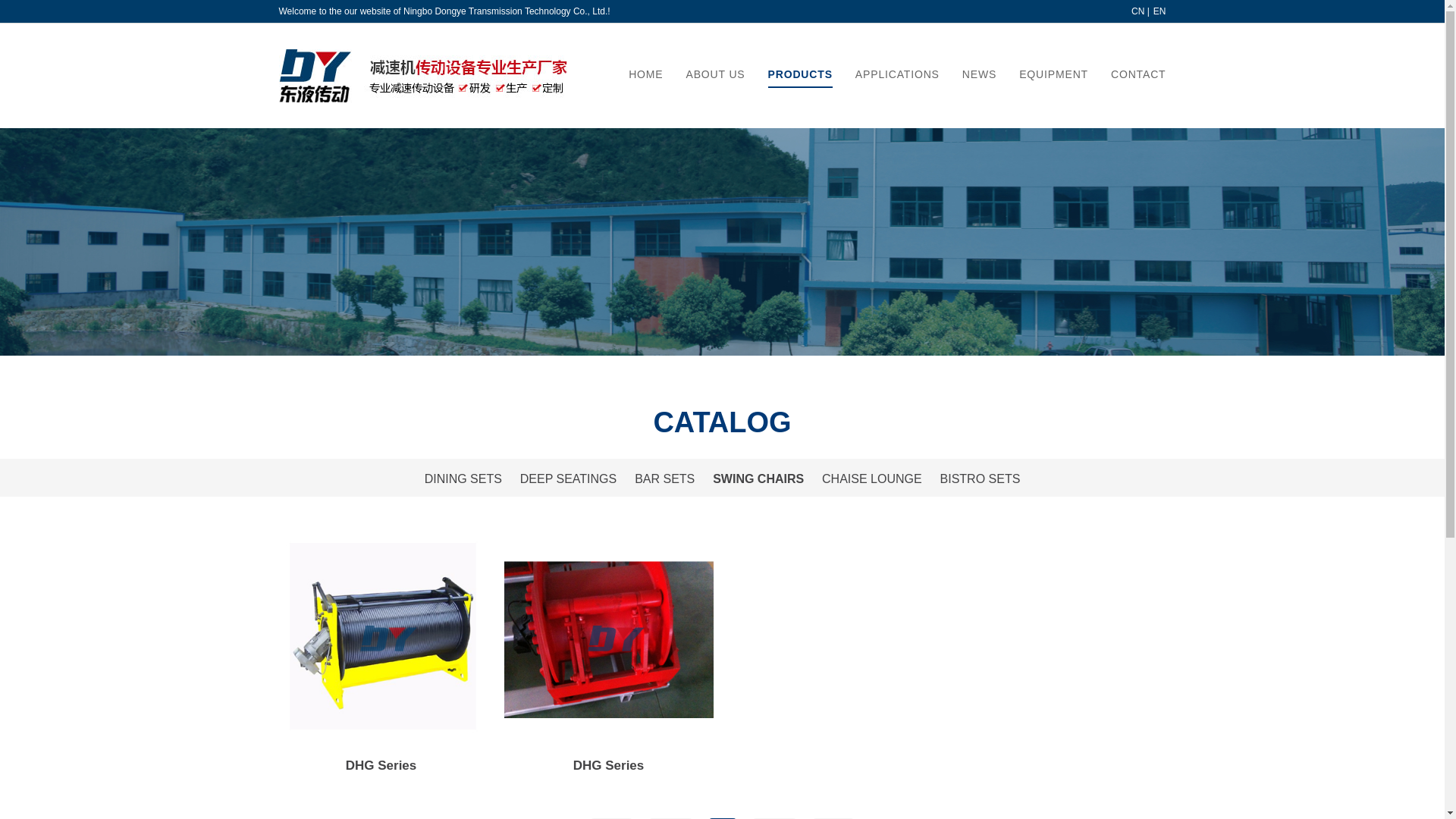 This screenshot has width=1456, height=819. What do you see at coordinates (897, 74) in the screenshot?
I see `'APPLICATIONS'` at bounding box center [897, 74].